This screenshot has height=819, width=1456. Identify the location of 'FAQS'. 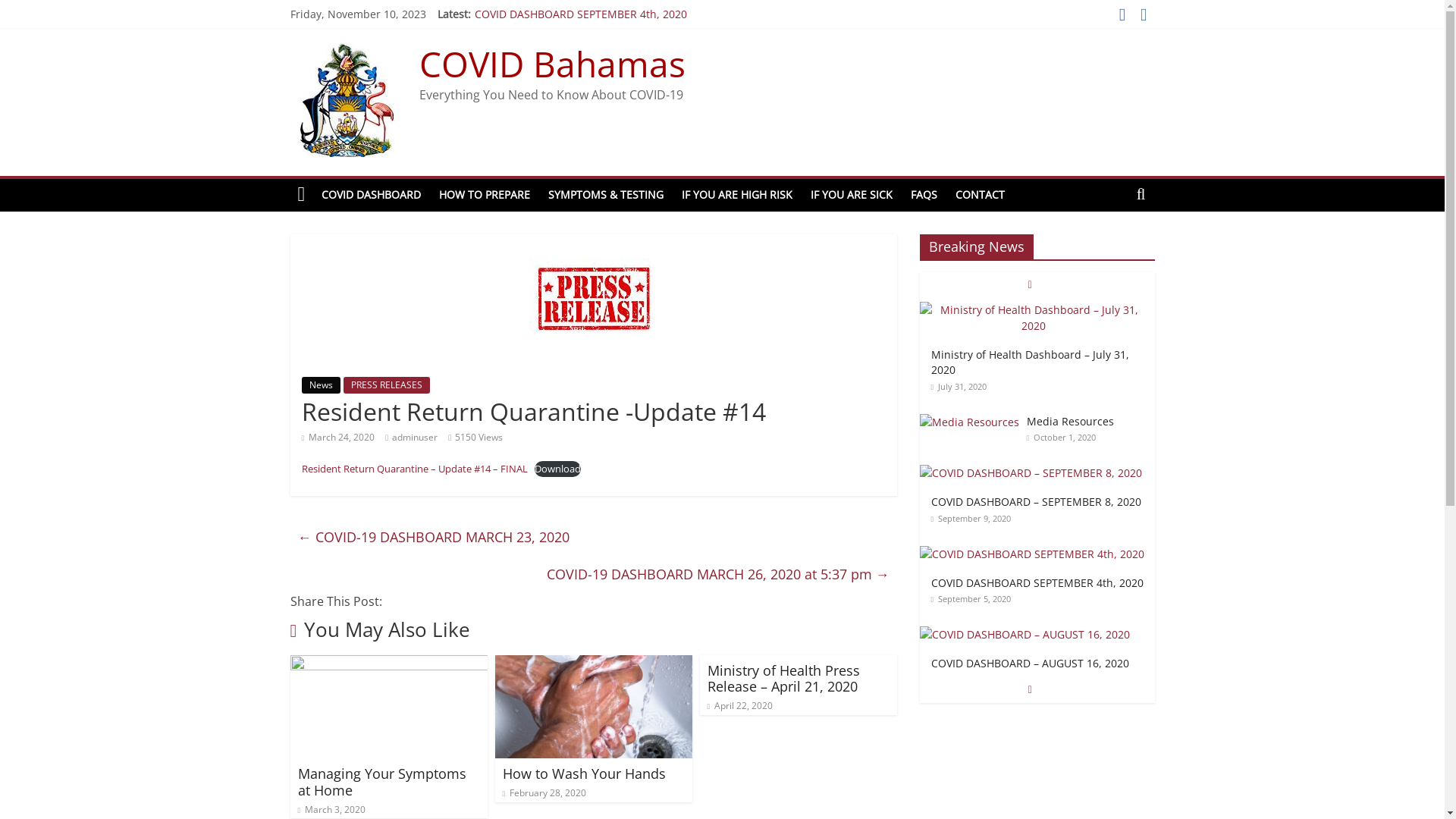
(923, 194).